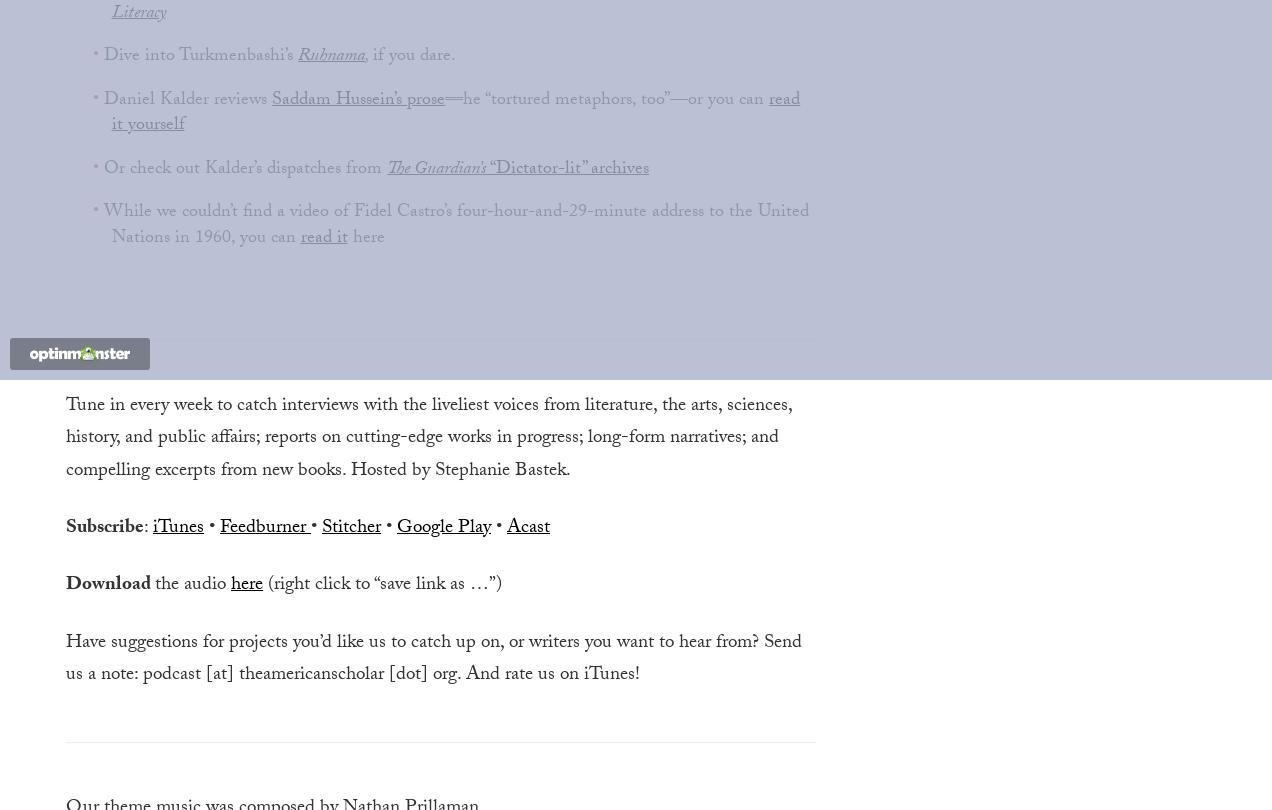 This screenshot has width=1272, height=810. I want to click on 'he “tortured metaphors, too”—or you can', so click(462, 100).